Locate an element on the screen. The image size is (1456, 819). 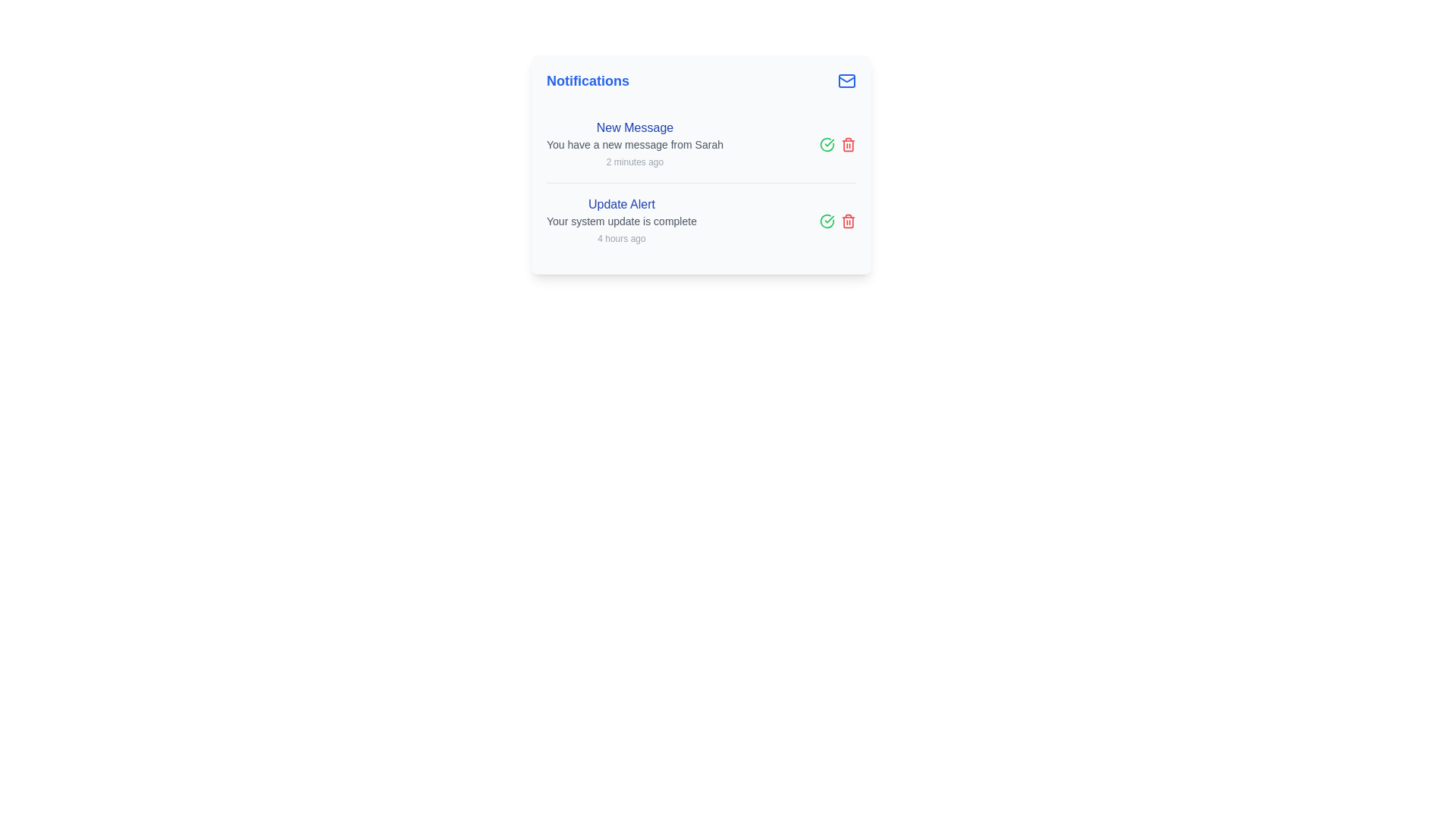
the Notification summary text element, which consists of three lines: 'New Message' in bold blue, 'You have a new message from Sarah' in gray, and '2 minutes ago' in smaller gray text is located at coordinates (635, 145).